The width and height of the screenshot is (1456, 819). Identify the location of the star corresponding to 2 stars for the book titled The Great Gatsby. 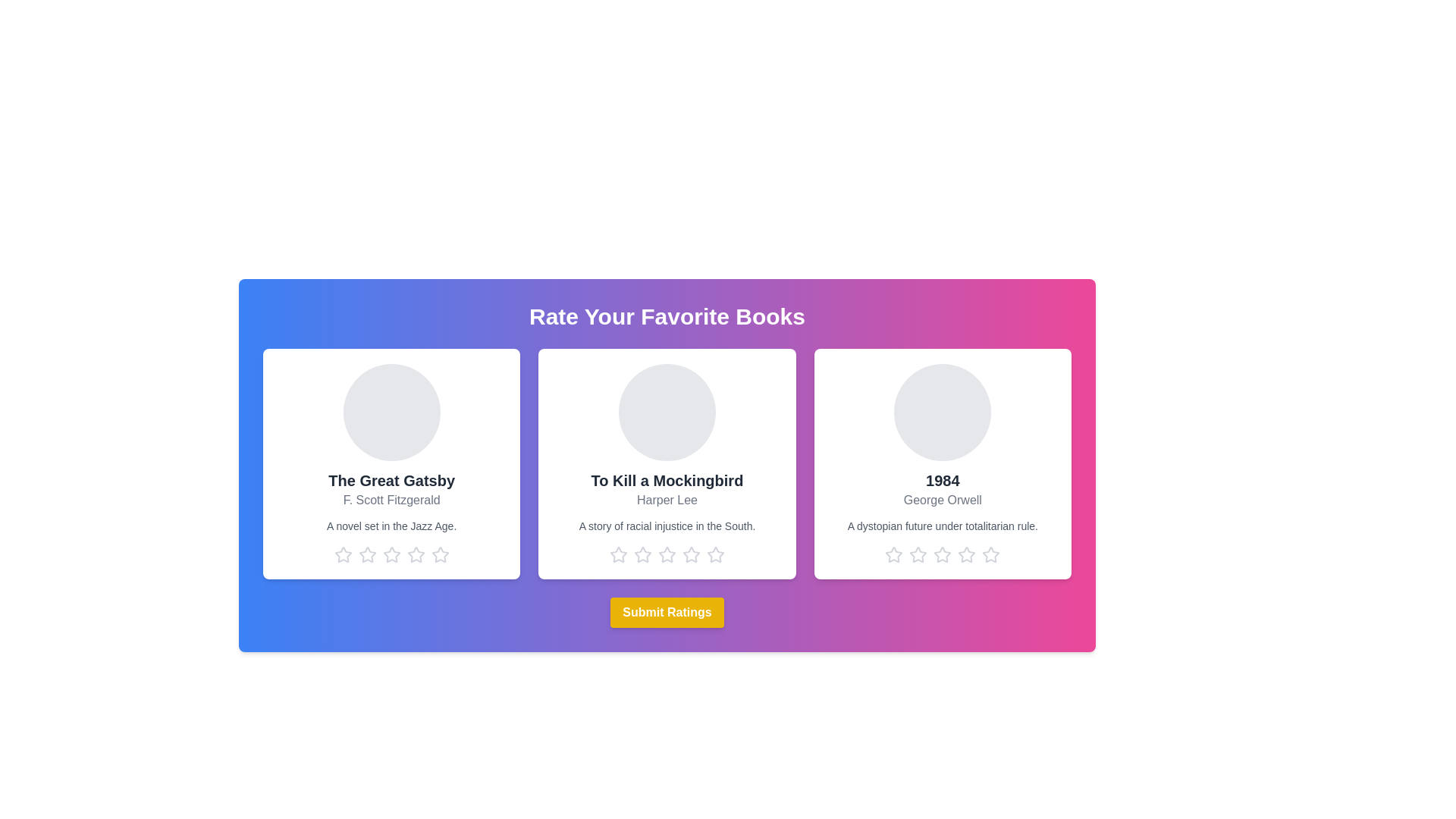
(367, 555).